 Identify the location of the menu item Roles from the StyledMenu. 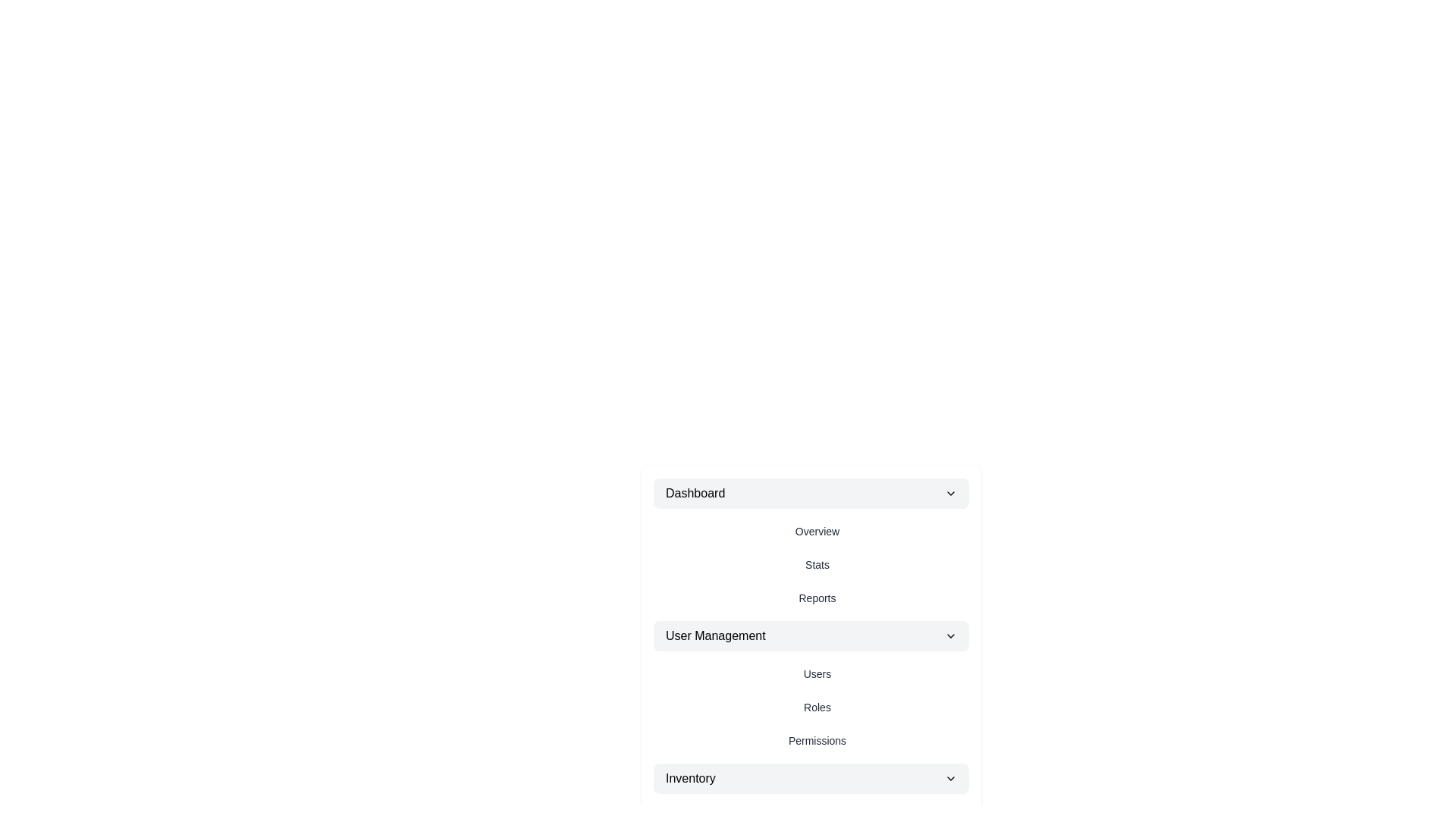
(817, 708).